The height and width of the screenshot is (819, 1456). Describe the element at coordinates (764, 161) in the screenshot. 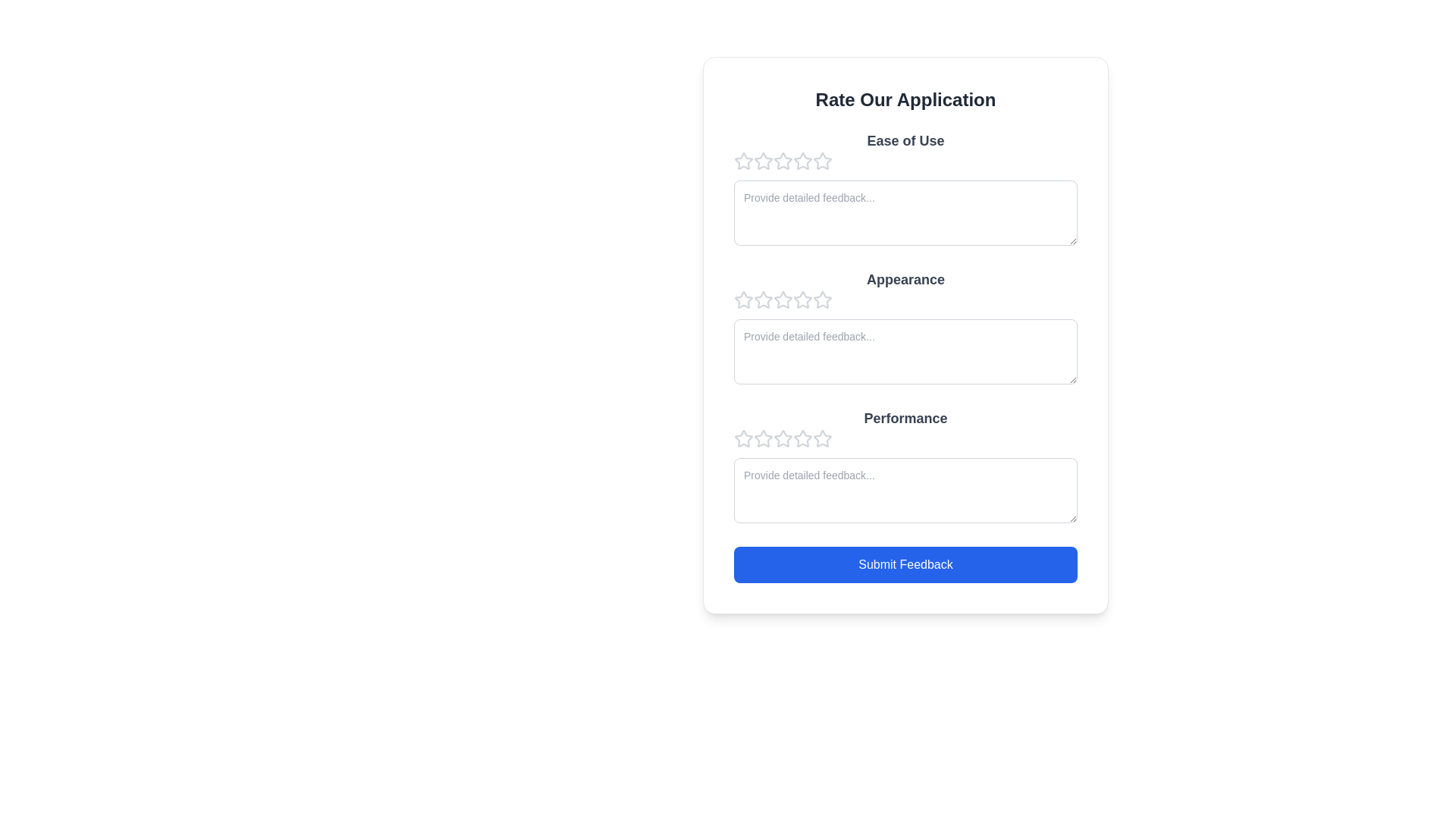

I see `the second clickable rating star icon located above the 'Ease of Use' label` at that location.